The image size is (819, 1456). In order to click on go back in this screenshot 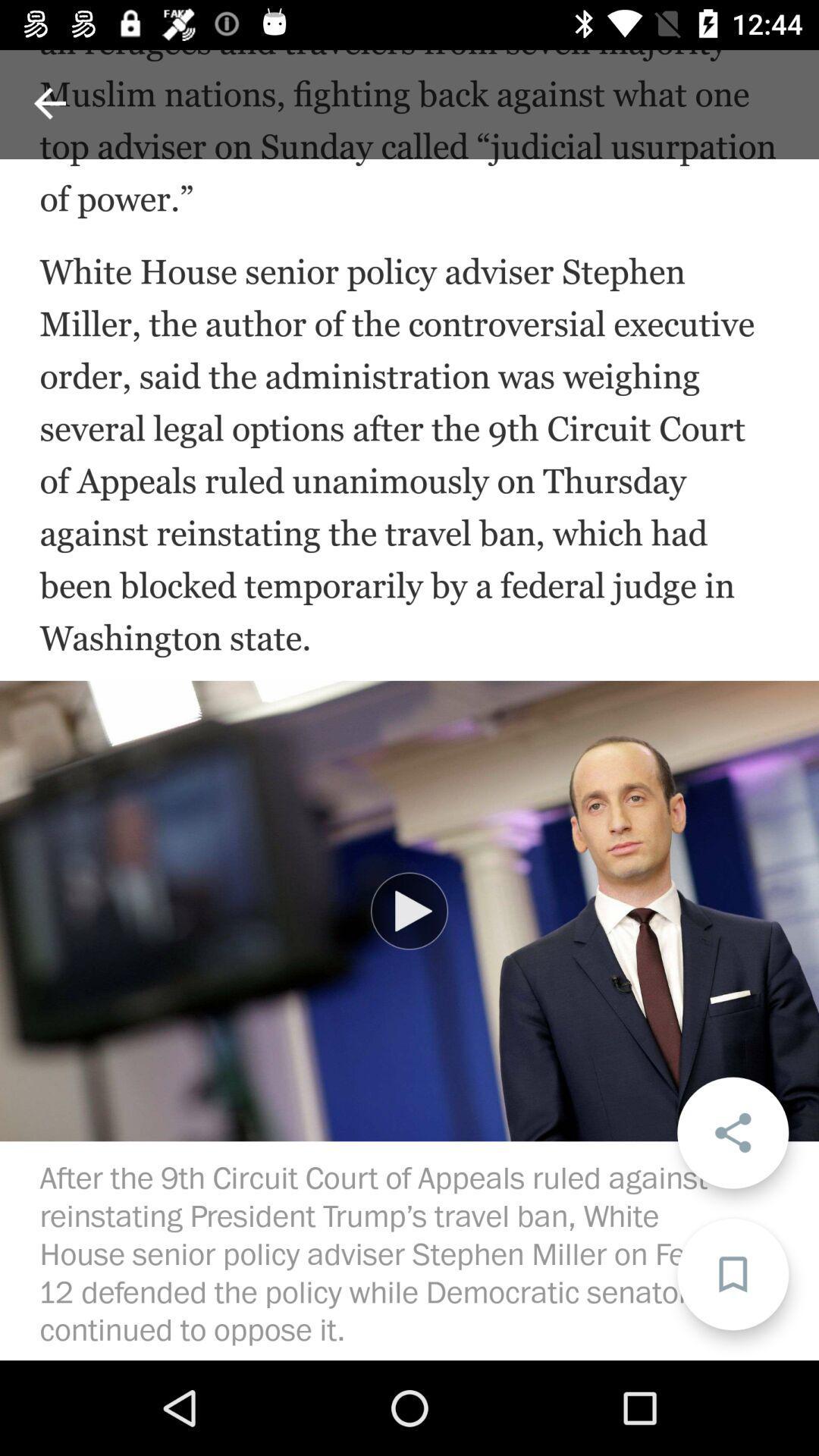, I will do `click(49, 102)`.